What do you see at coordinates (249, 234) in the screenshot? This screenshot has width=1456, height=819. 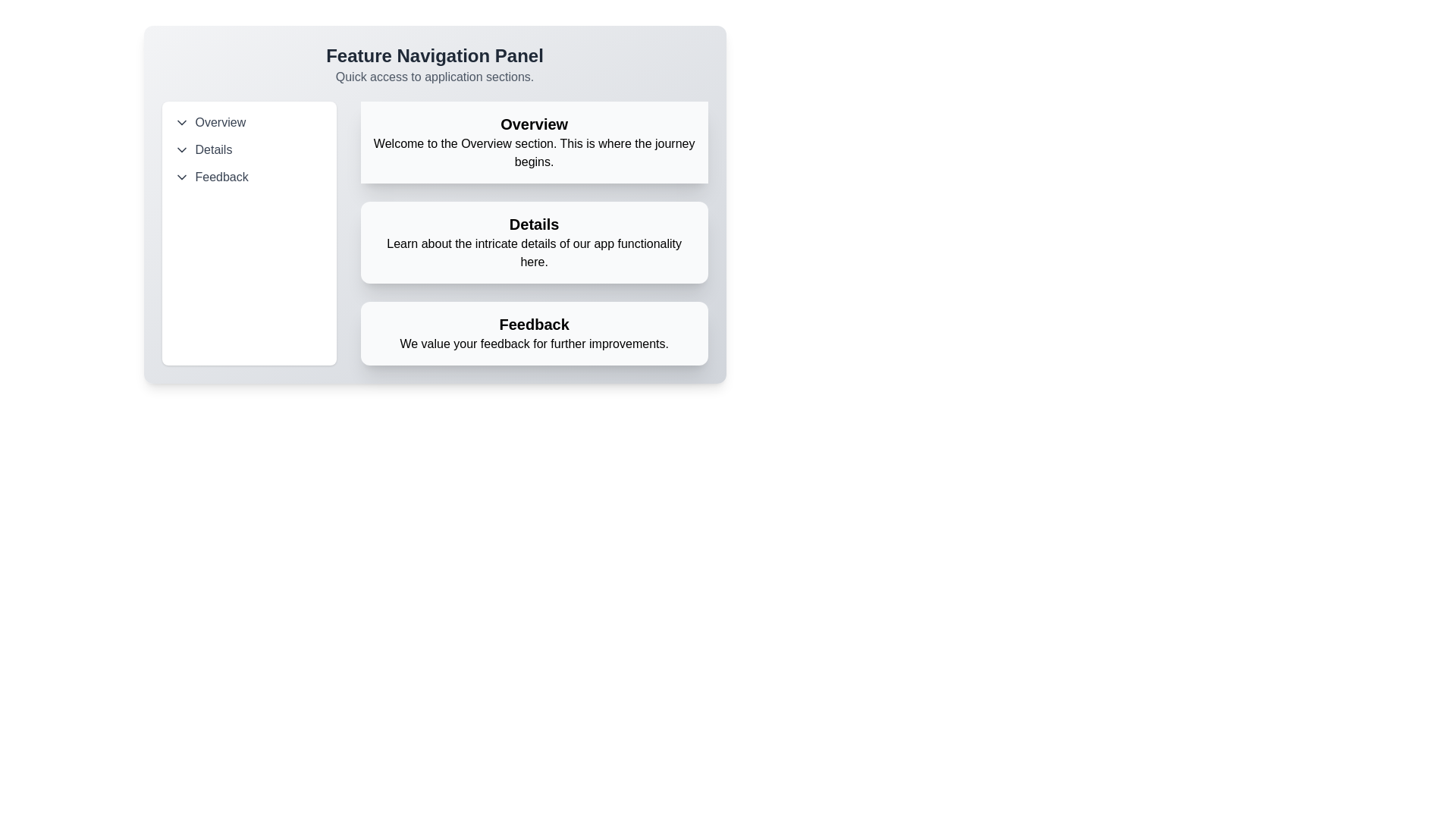 I see `the Navigation panel located on the left side of the interface` at bounding box center [249, 234].